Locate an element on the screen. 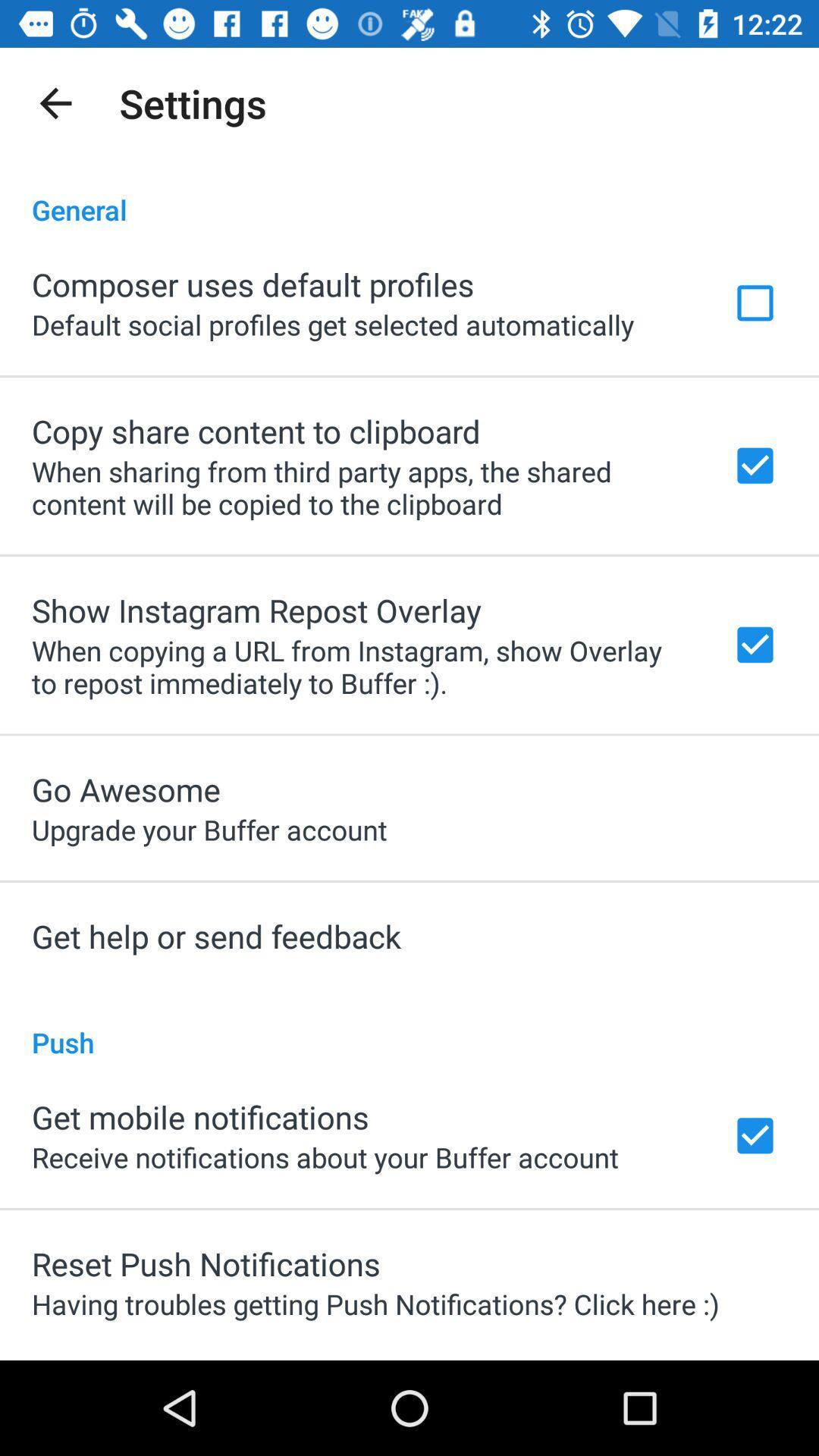 The height and width of the screenshot is (1456, 819). the icon below when copying a app is located at coordinates (125, 789).